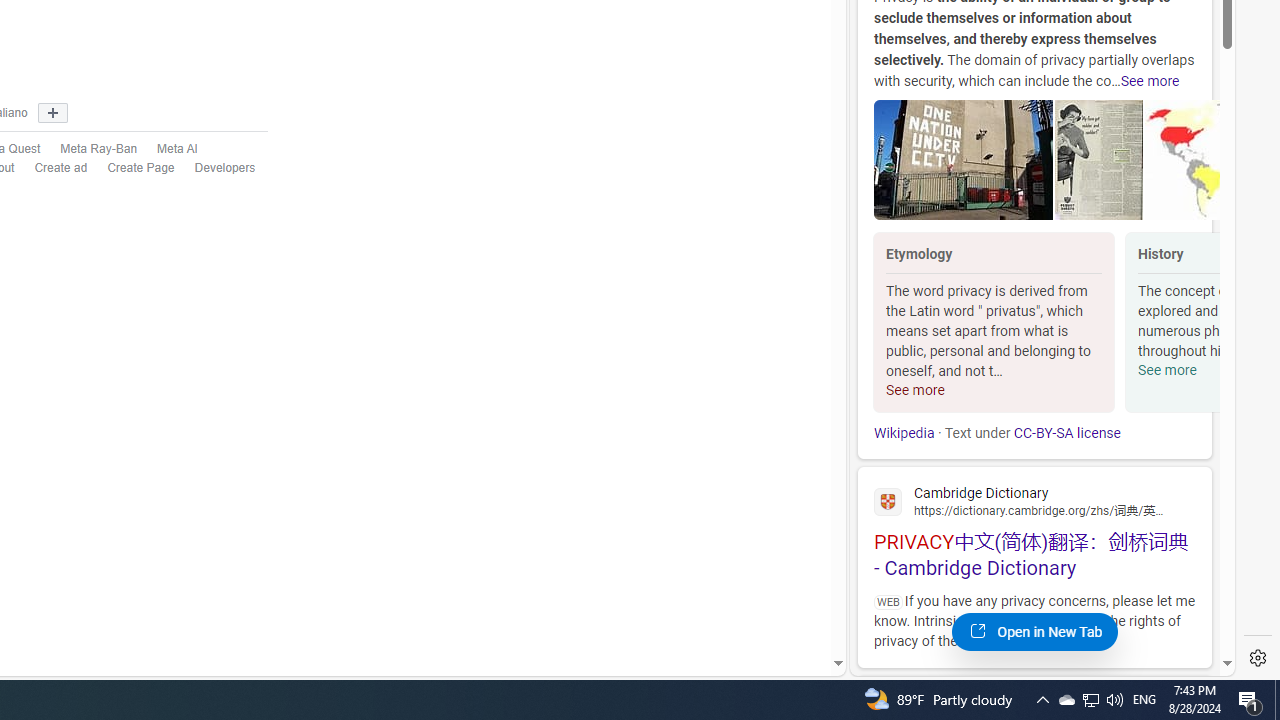  Describe the element at coordinates (1065, 432) in the screenshot. I see `'CC-BY-SA license'` at that location.